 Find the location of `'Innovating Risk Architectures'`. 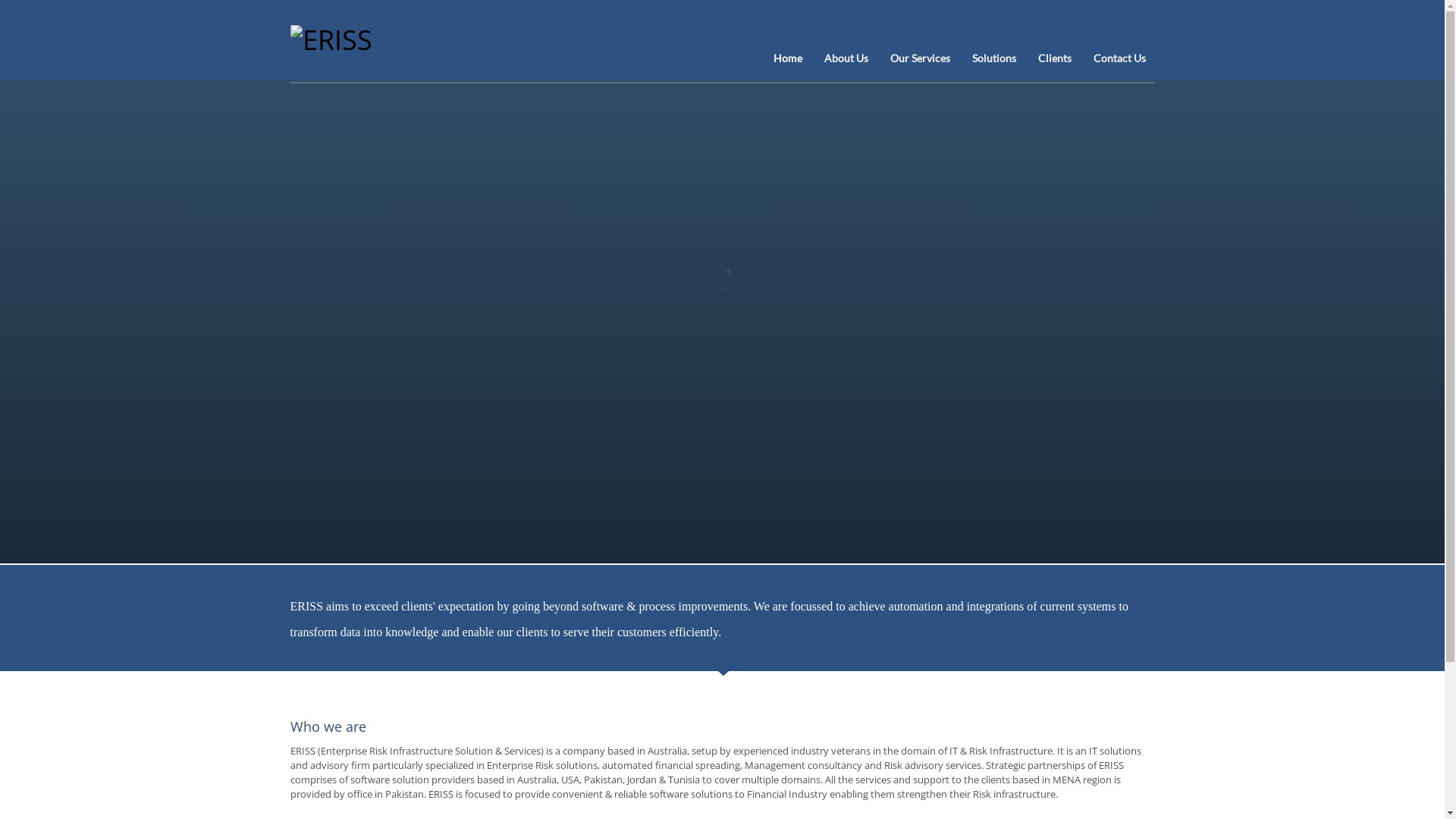

'Innovating Risk Architectures' is located at coordinates (330, 38).